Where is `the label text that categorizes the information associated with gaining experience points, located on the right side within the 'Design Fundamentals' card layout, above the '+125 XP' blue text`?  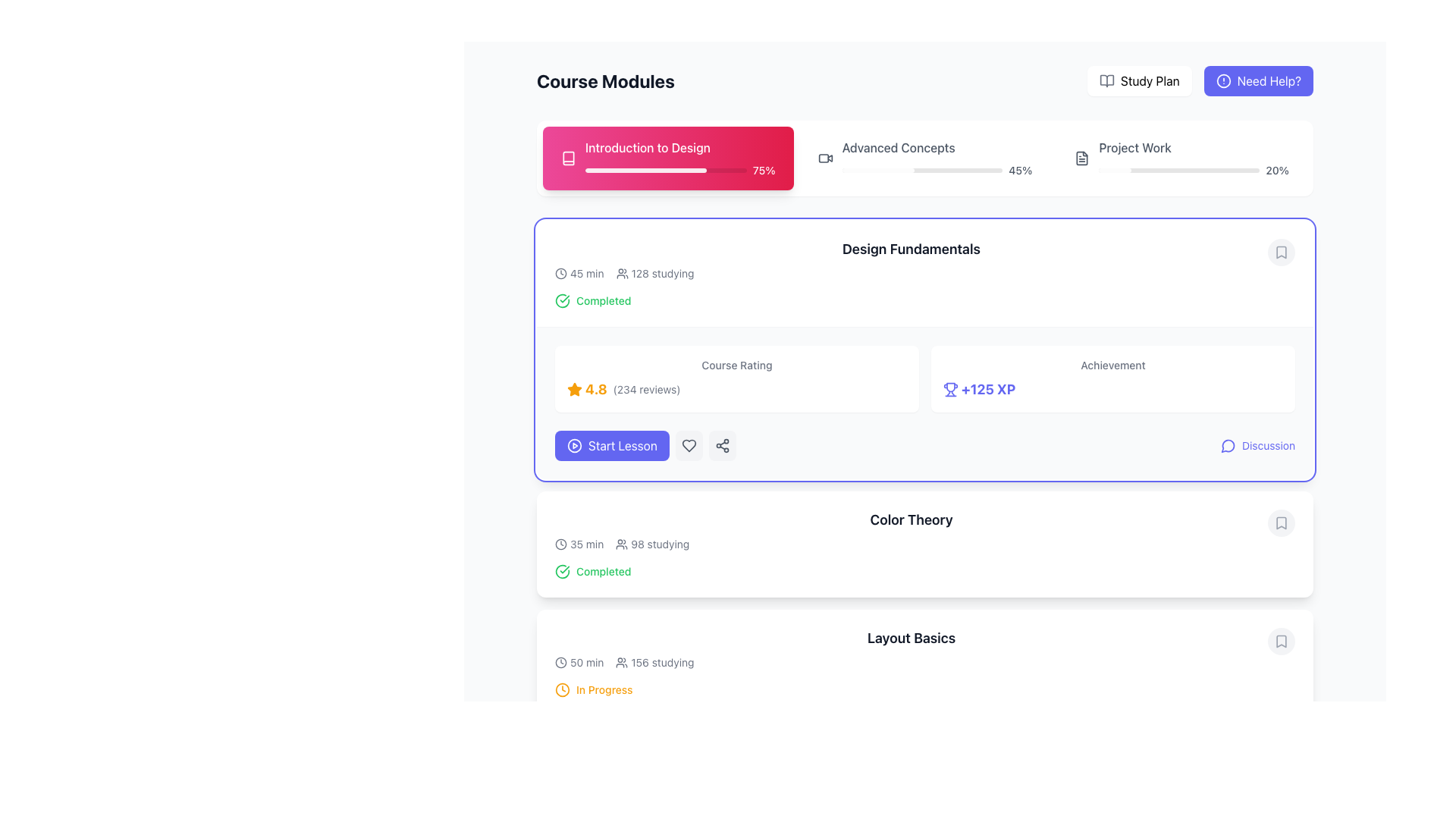 the label text that categorizes the information associated with gaining experience points, located on the right side within the 'Design Fundamentals' card layout, above the '+125 XP' blue text is located at coordinates (1113, 366).